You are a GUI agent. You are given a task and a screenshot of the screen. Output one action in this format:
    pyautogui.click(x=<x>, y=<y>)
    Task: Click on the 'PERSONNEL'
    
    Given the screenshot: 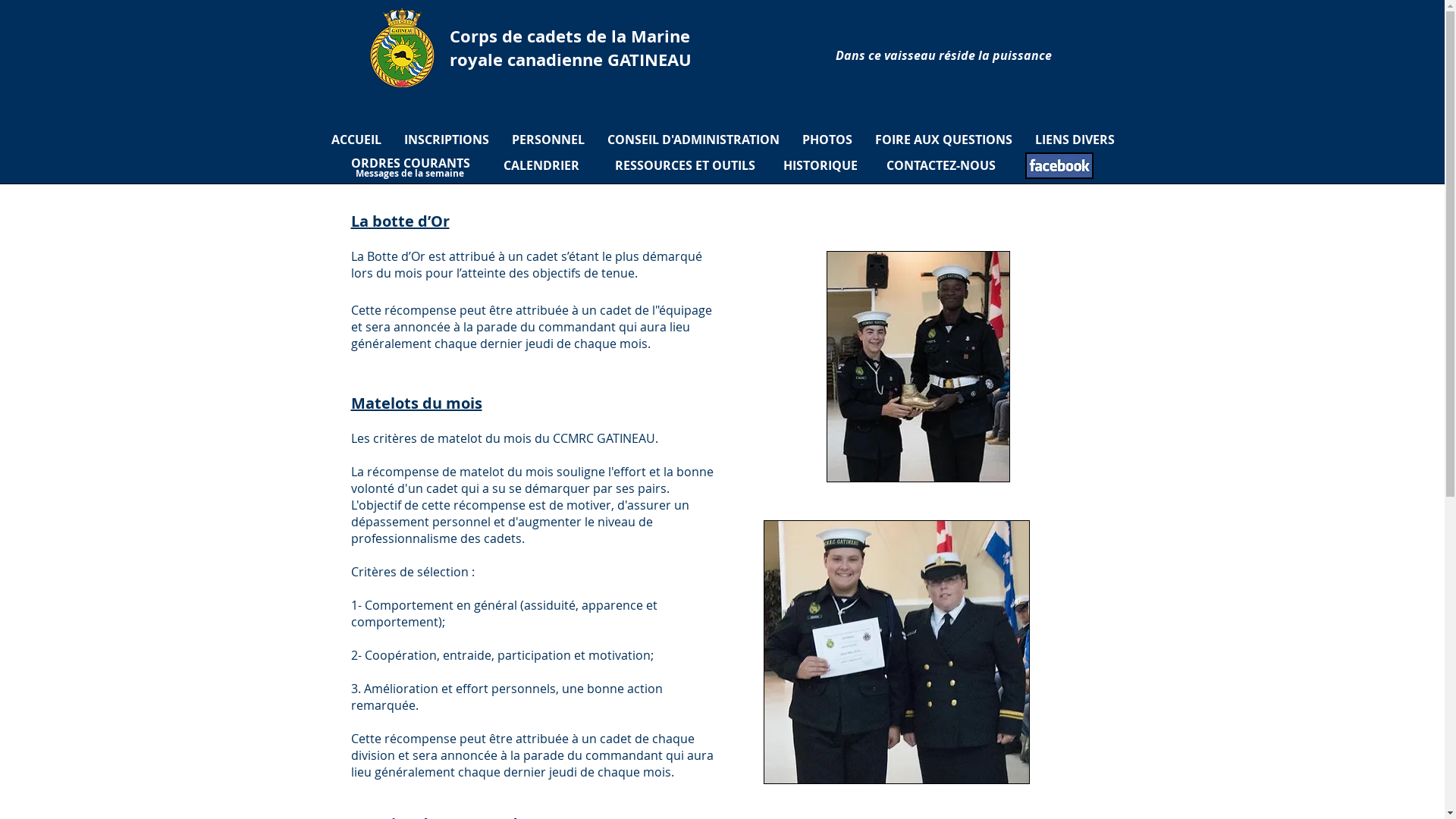 What is the action you would take?
    pyautogui.click(x=548, y=140)
    